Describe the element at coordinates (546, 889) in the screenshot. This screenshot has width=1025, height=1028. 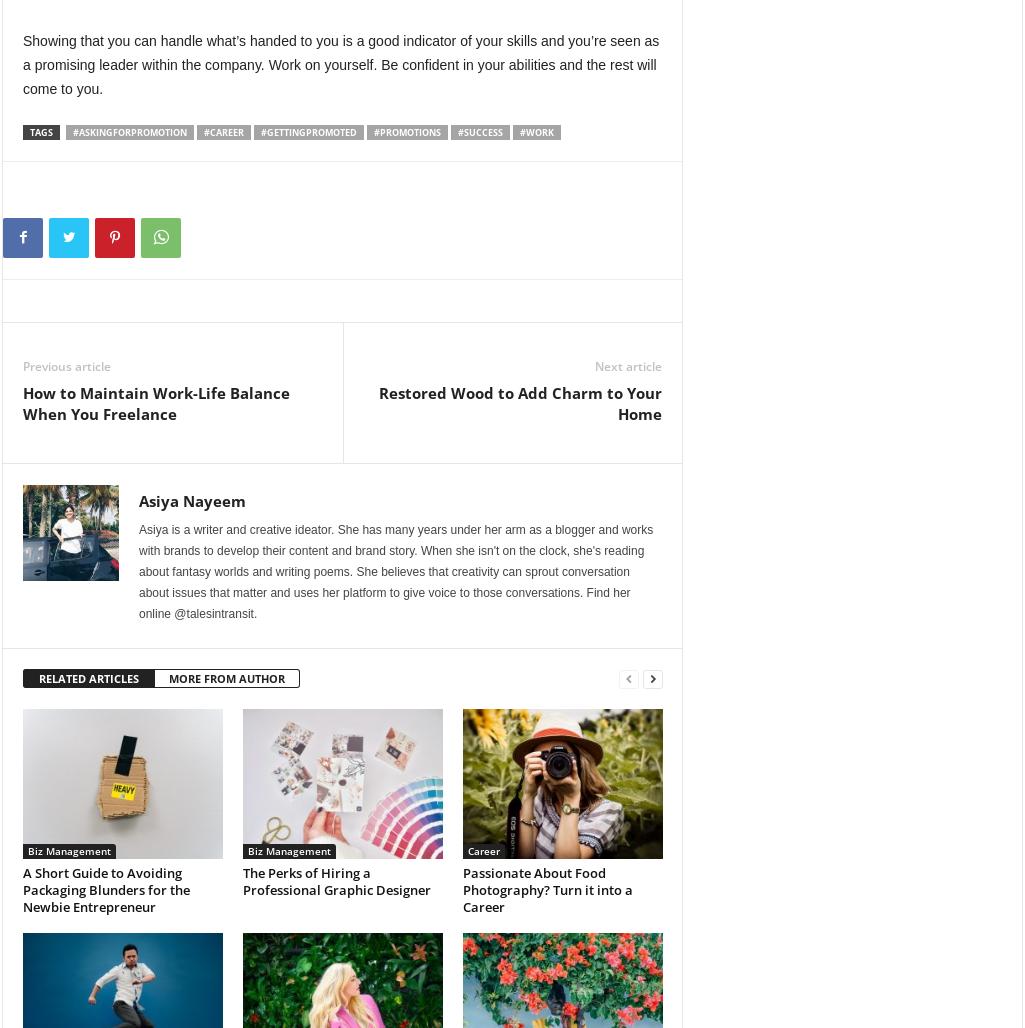
I see `'Passionate About Food Photography? Turn it into a Career'` at that location.